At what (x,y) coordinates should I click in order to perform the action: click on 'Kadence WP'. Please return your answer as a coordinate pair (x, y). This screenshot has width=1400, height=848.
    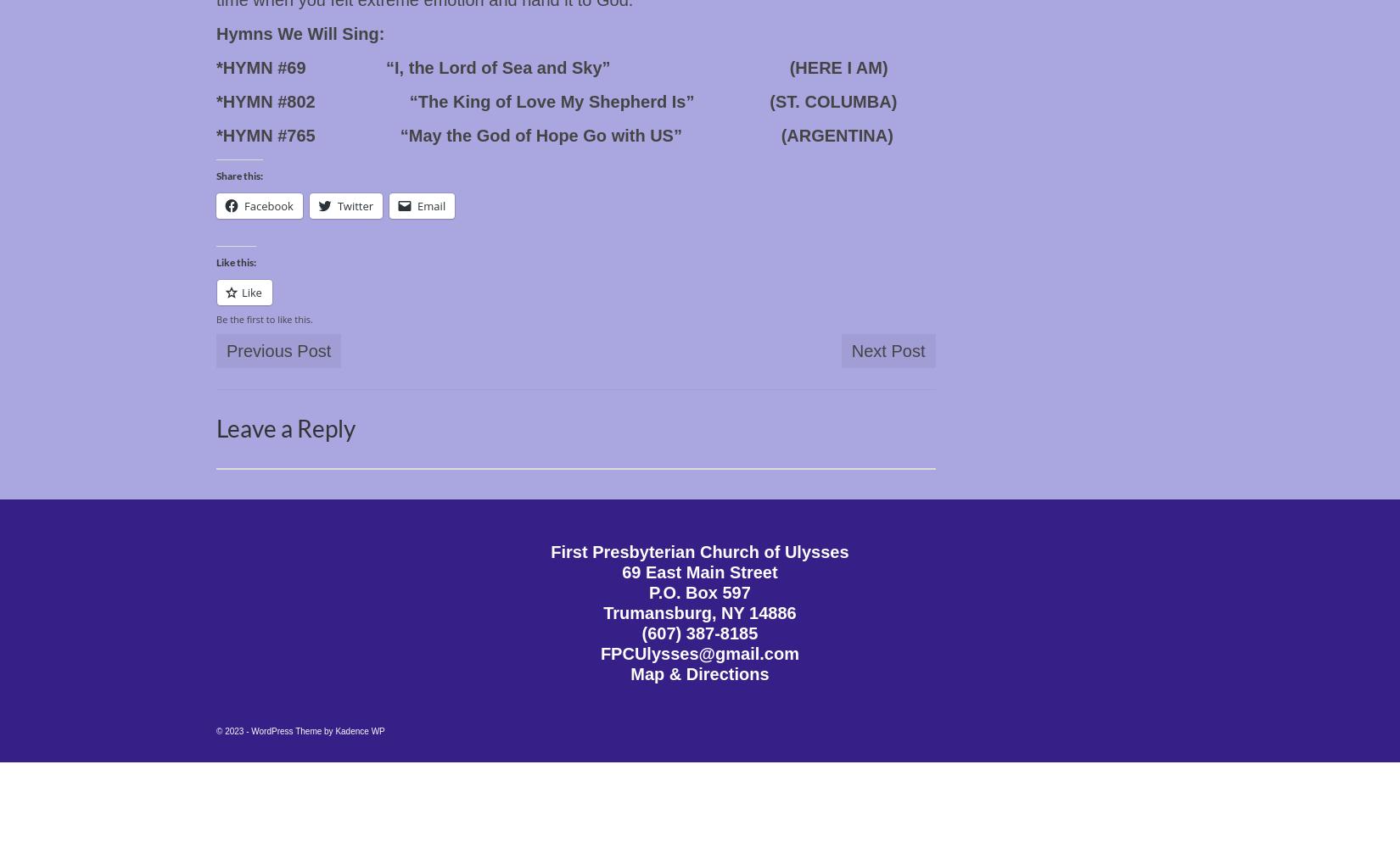
    Looking at the image, I should click on (359, 730).